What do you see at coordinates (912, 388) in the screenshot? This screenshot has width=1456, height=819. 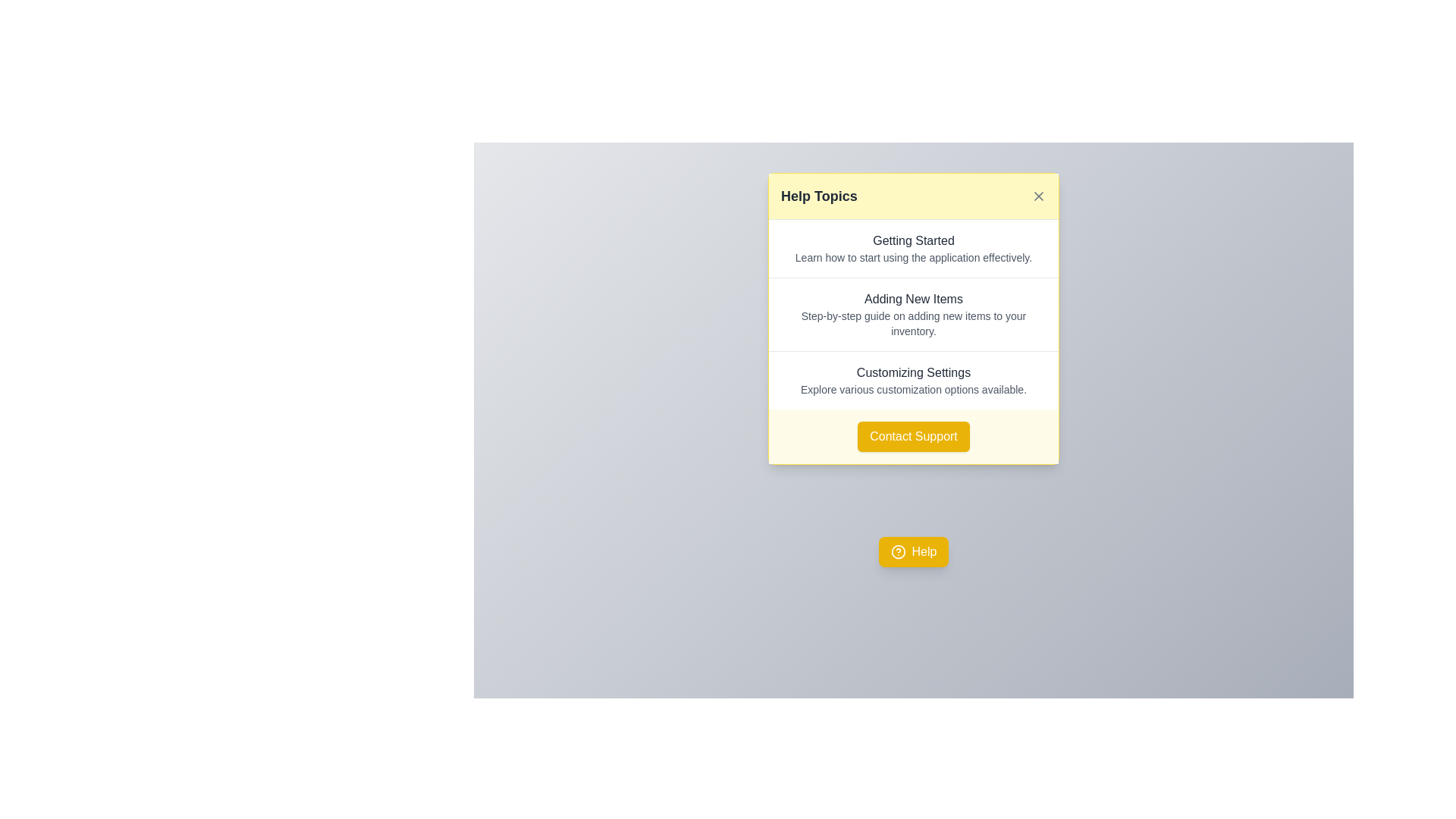 I see `the text label that reads 'Explore various customization options available.' which is located directly below 'Customizing Settings' in the Help Topics section` at bounding box center [912, 388].